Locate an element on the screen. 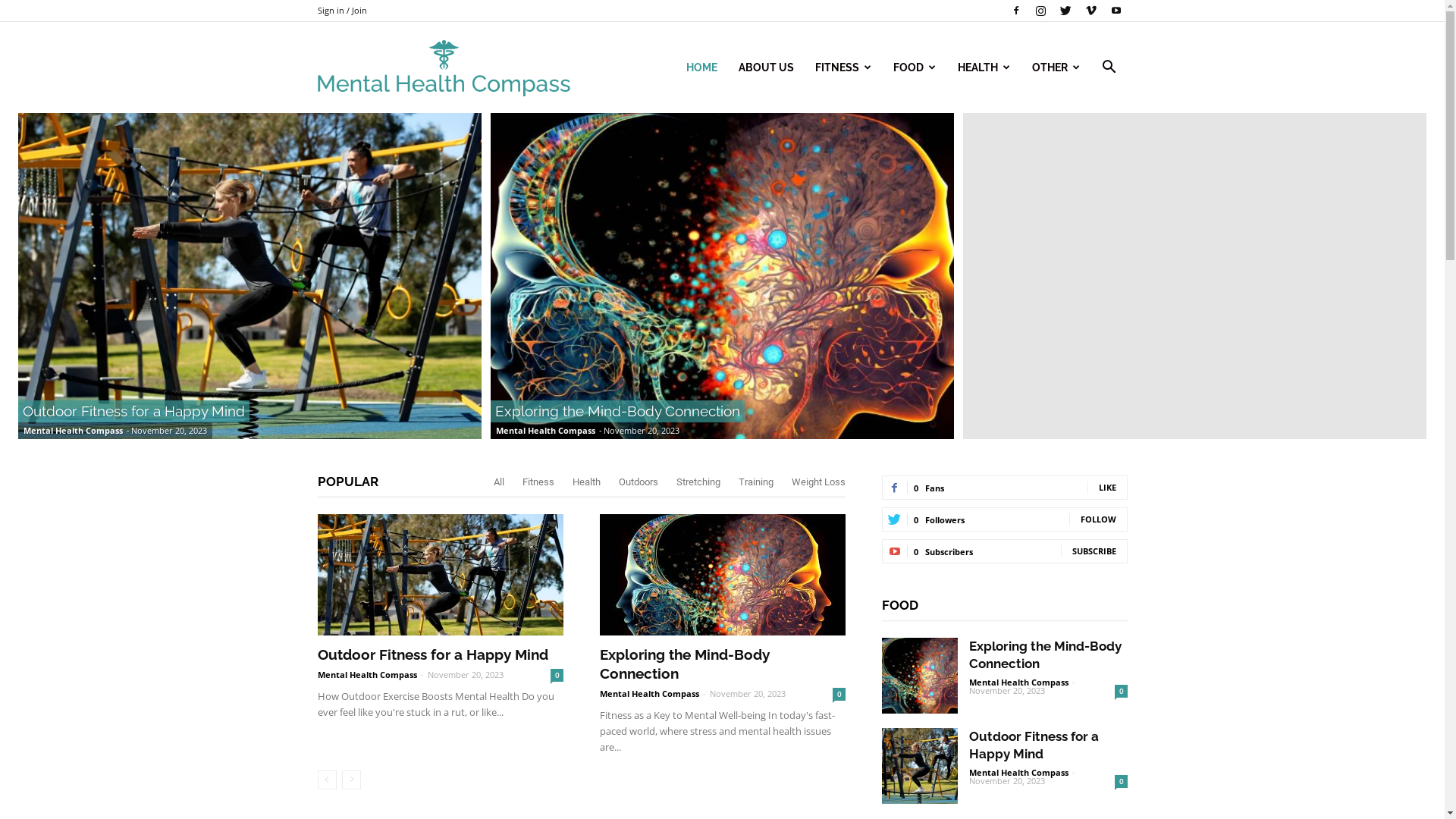 Image resolution: width=1456 pixels, height=819 pixels. 'Fitness' is located at coordinates (538, 482).